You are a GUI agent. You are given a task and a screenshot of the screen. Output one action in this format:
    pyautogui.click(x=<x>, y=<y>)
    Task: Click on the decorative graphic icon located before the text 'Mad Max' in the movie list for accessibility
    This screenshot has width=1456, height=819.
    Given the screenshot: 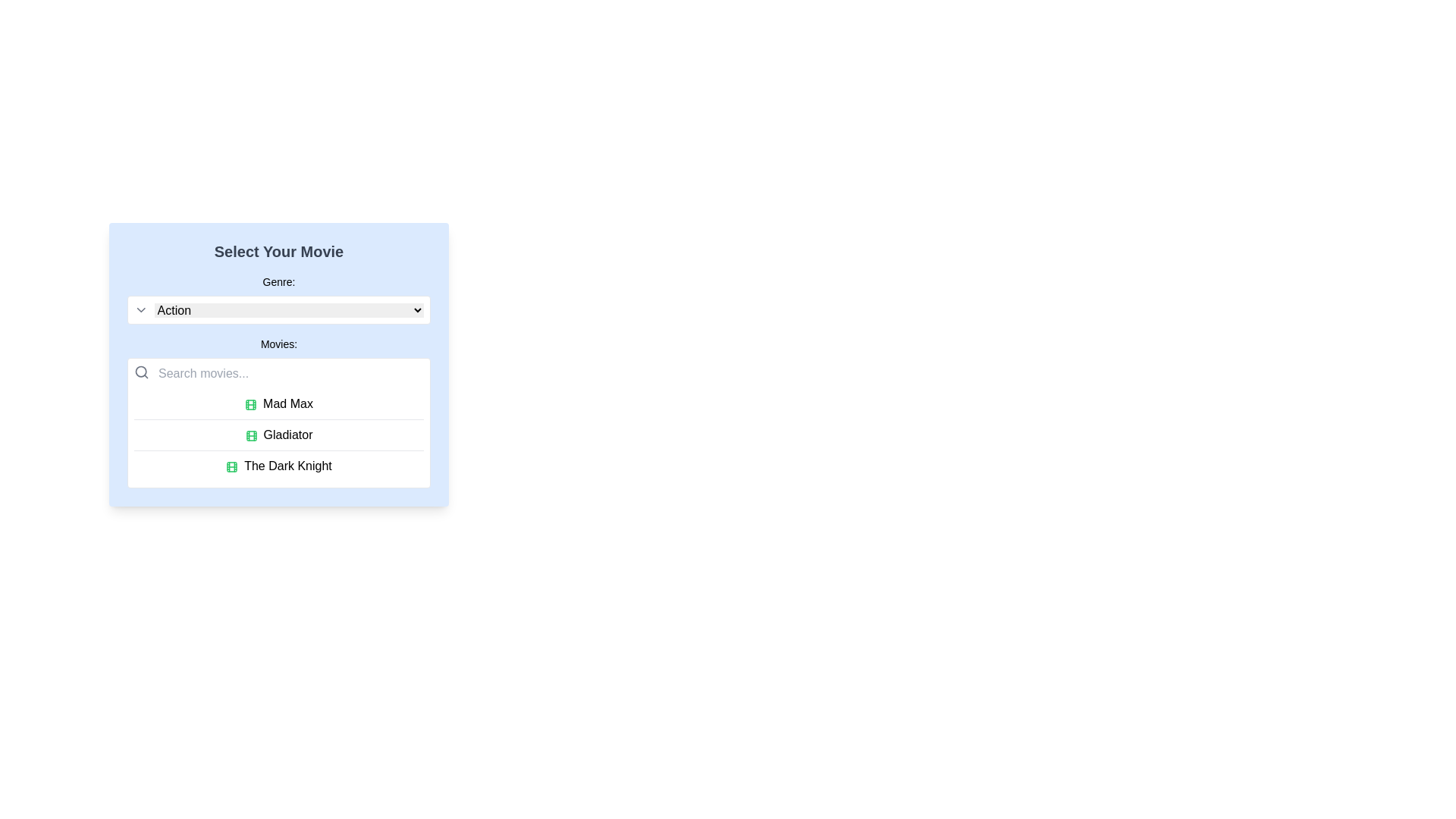 What is the action you would take?
    pyautogui.click(x=251, y=403)
    